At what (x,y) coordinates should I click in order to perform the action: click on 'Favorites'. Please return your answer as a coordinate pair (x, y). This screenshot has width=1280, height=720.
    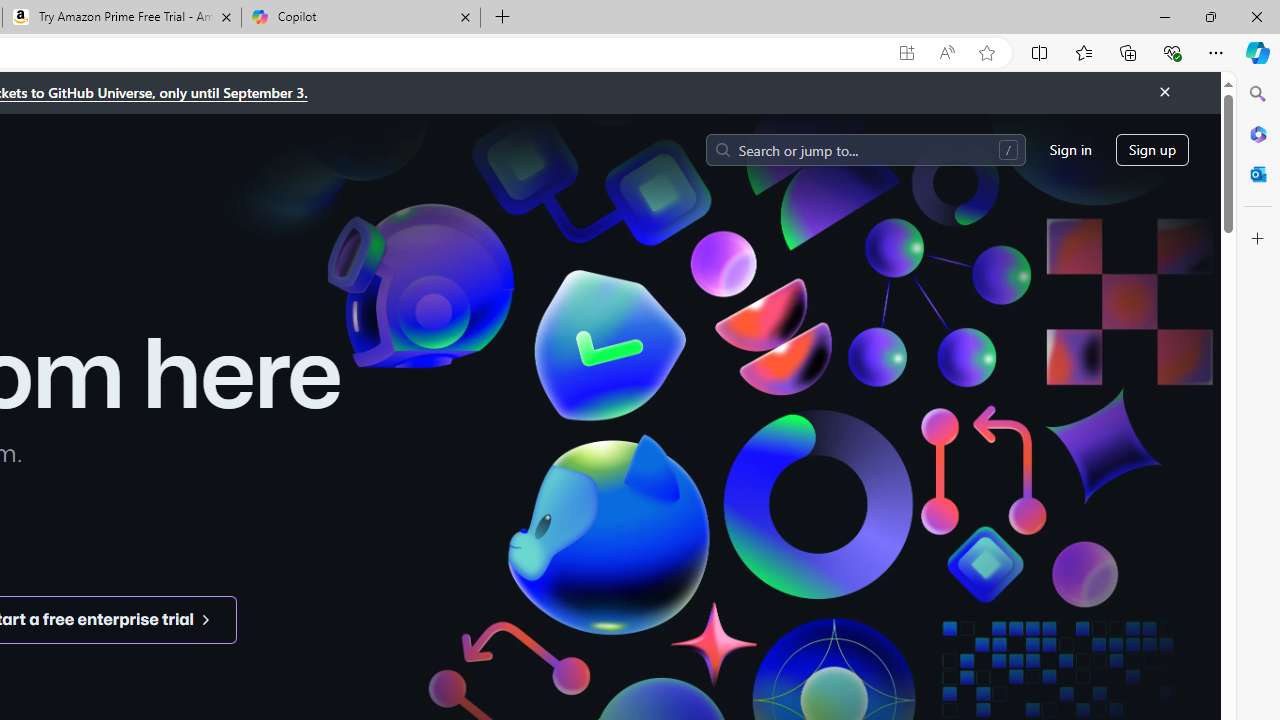
    Looking at the image, I should click on (1082, 51).